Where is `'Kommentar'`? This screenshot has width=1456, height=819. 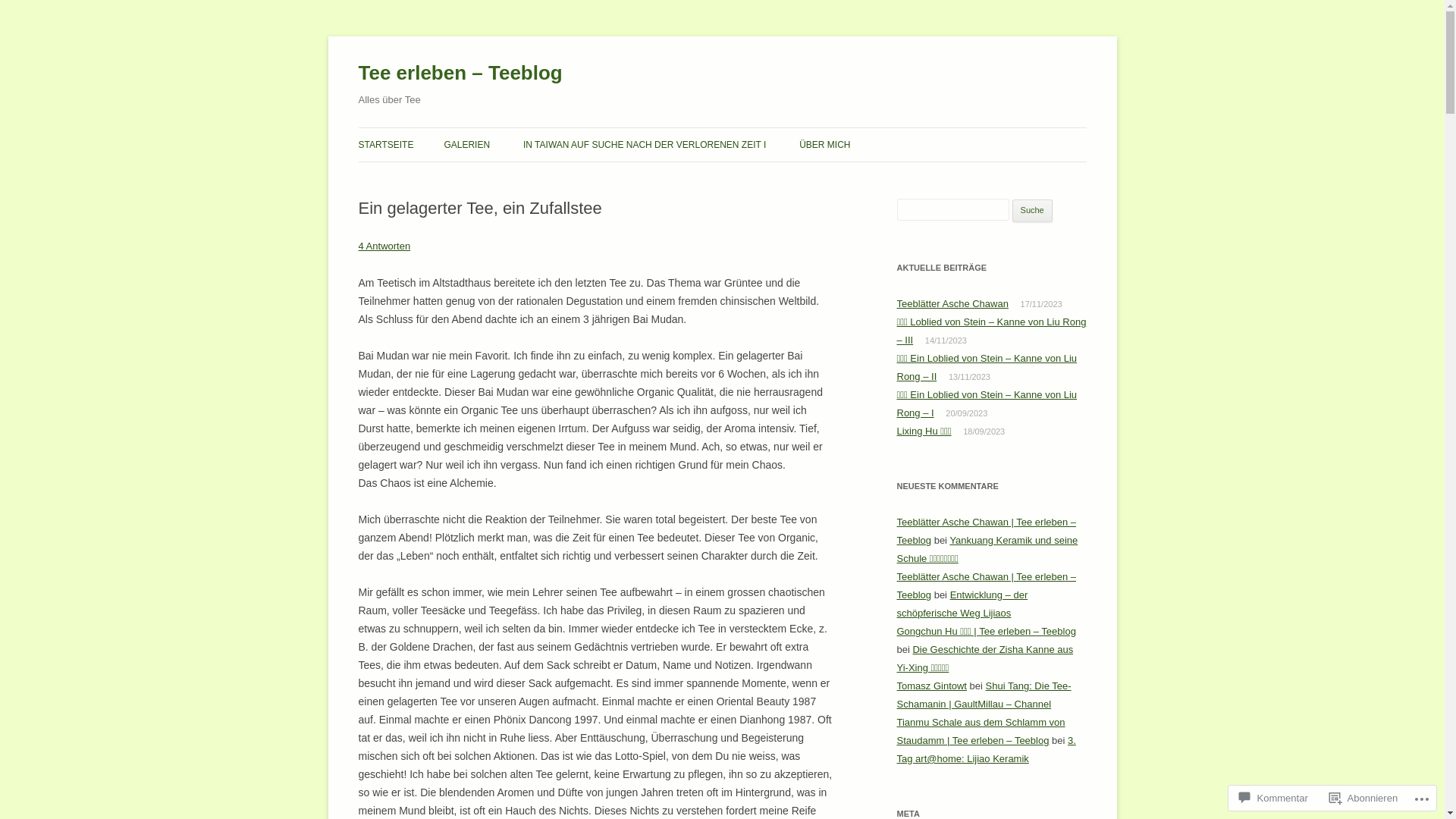
'Kommentar' is located at coordinates (1273, 797).